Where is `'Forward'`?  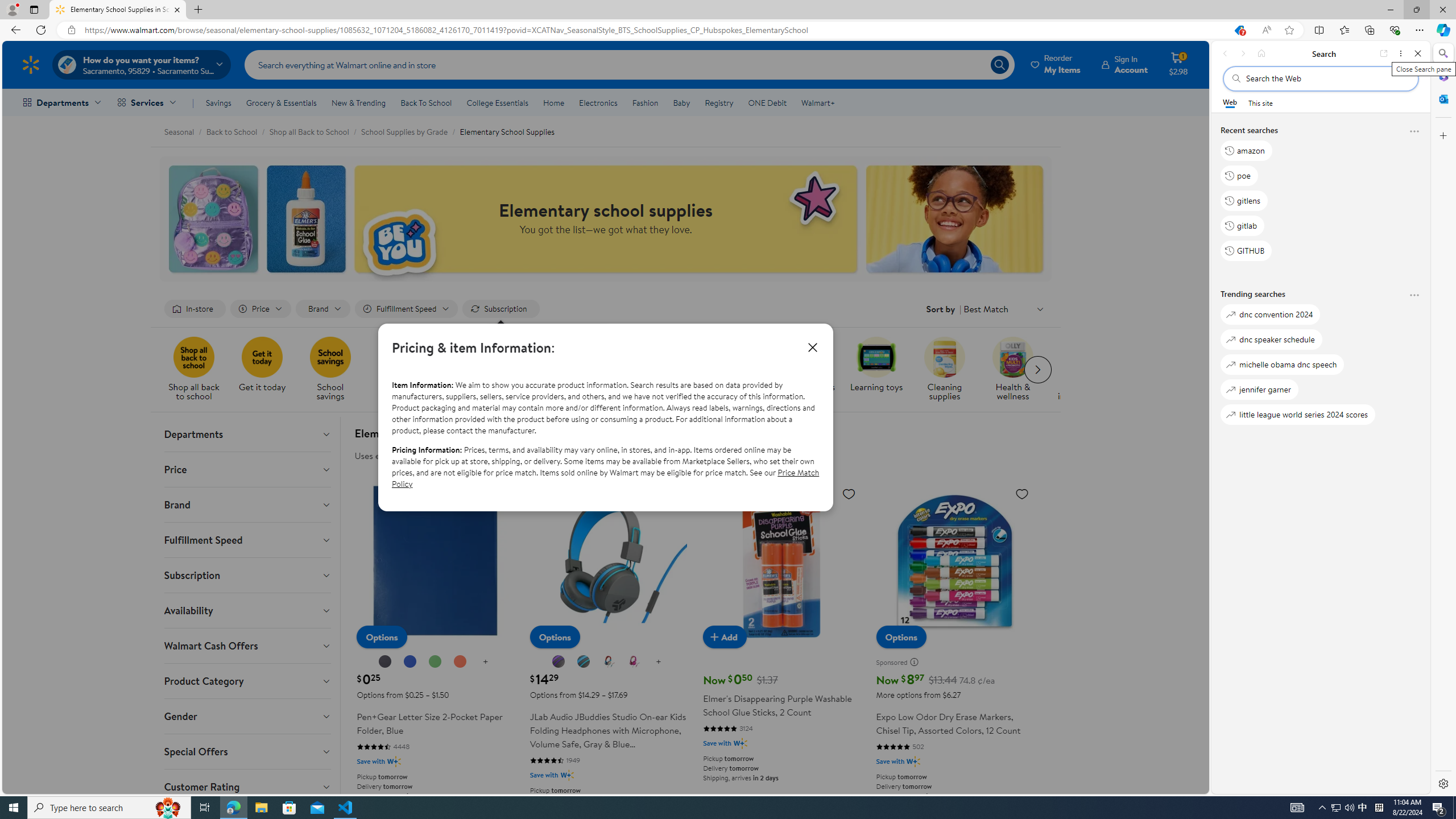
'Forward' is located at coordinates (1242, 53).